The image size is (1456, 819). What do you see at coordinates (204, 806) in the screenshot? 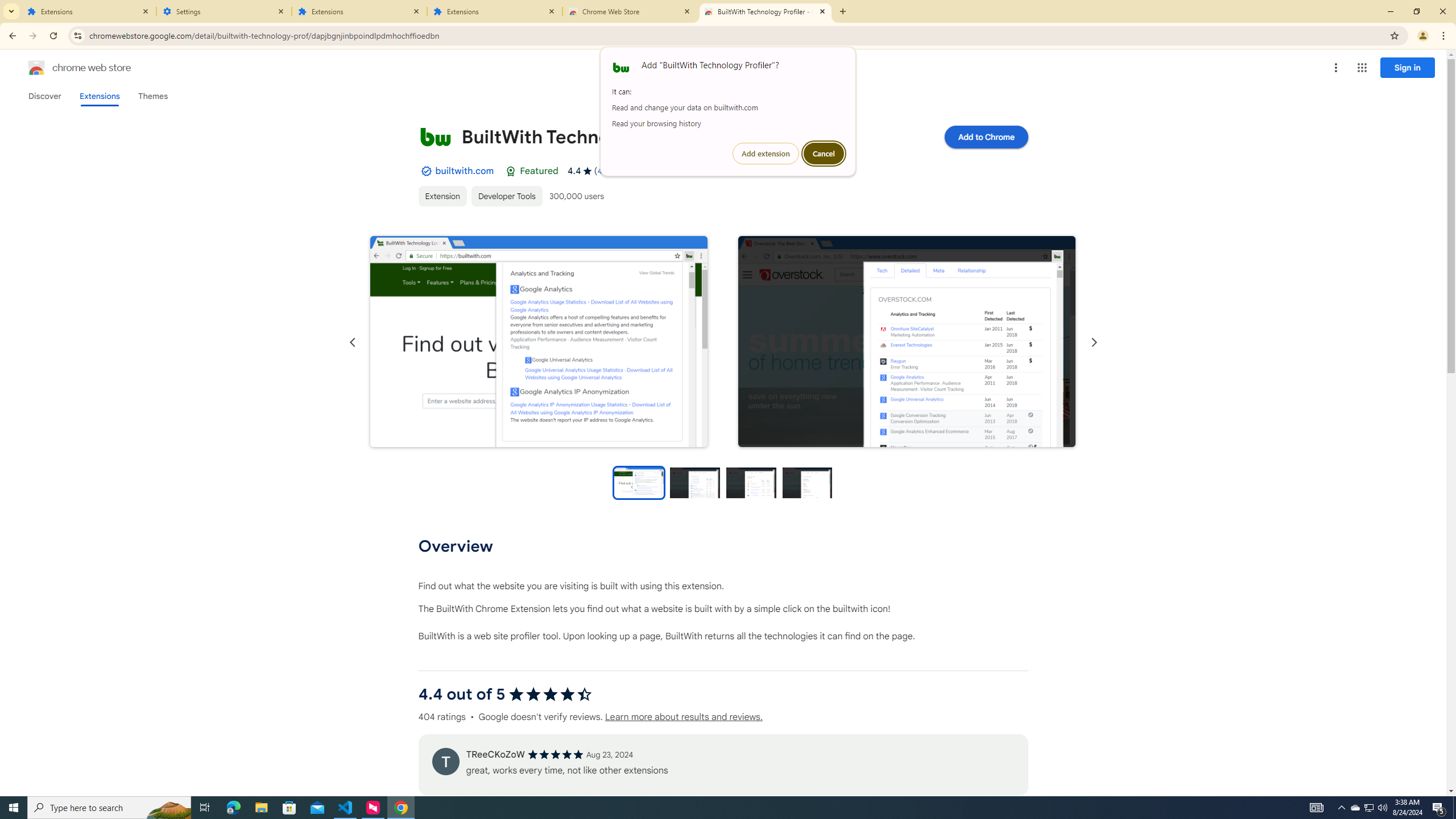
I see `'Task View'` at bounding box center [204, 806].